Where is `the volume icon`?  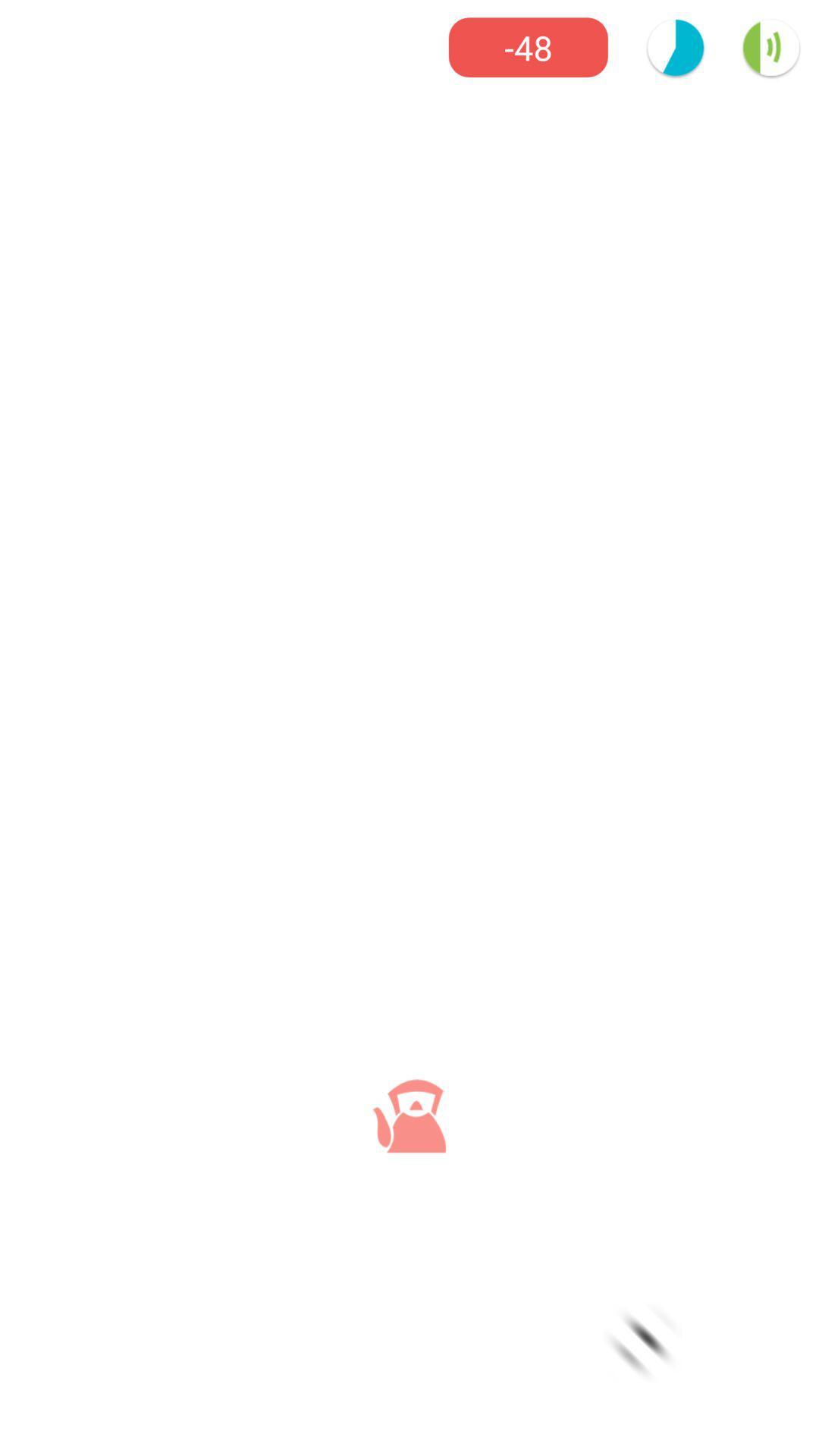
the volume icon is located at coordinates (771, 47).